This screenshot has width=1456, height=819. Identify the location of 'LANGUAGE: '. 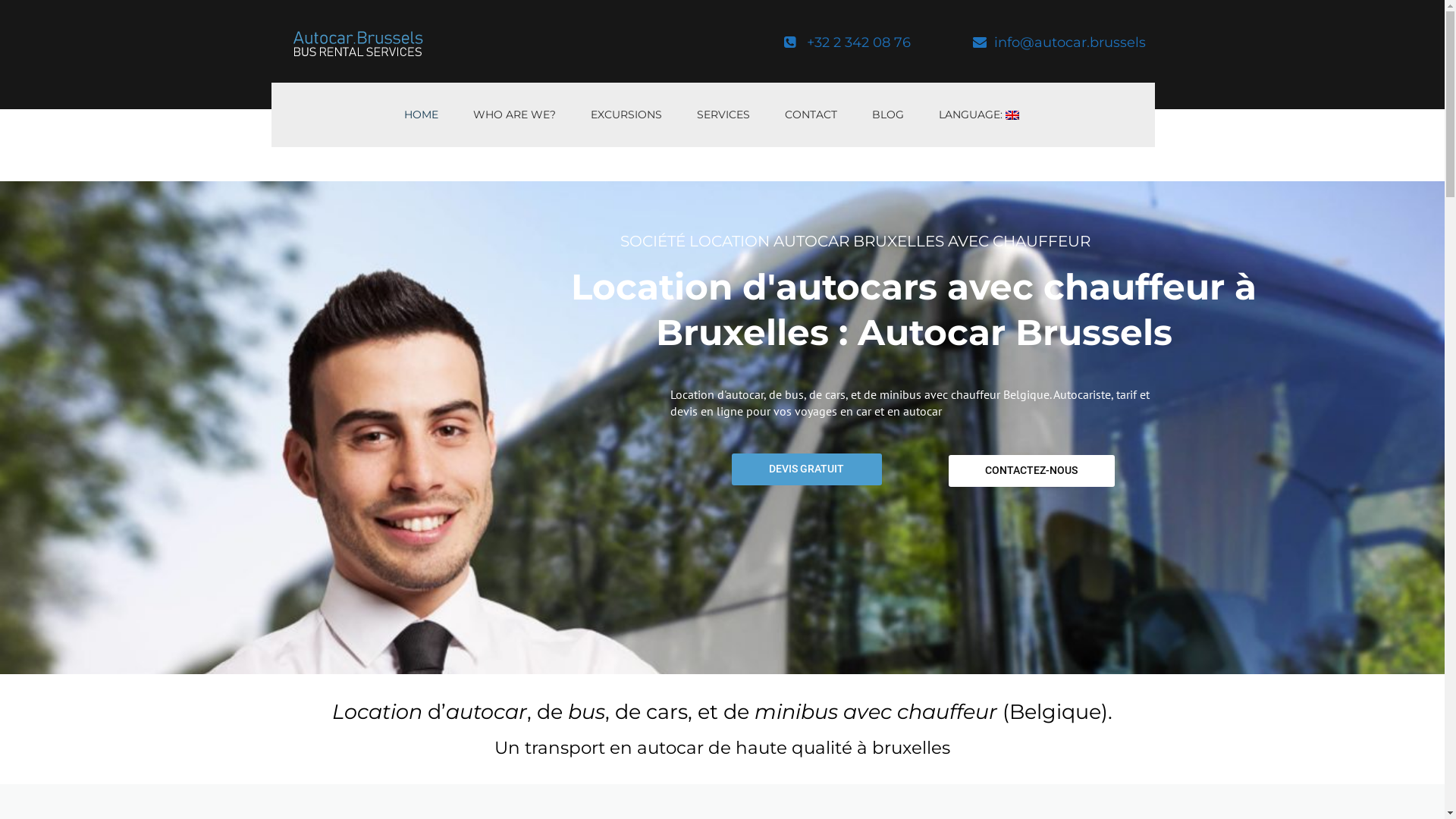
(978, 114).